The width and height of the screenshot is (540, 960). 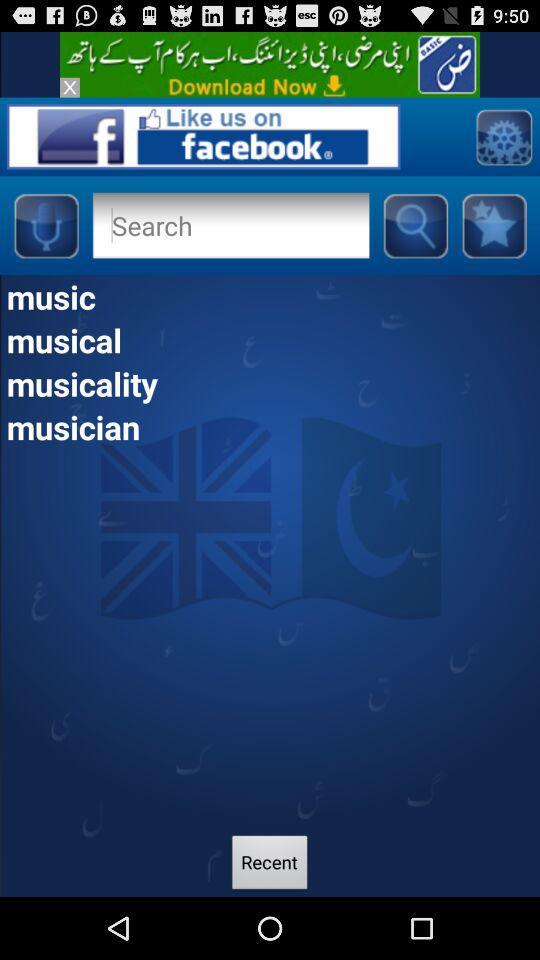 I want to click on open search bar, so click(x=414, y=225).